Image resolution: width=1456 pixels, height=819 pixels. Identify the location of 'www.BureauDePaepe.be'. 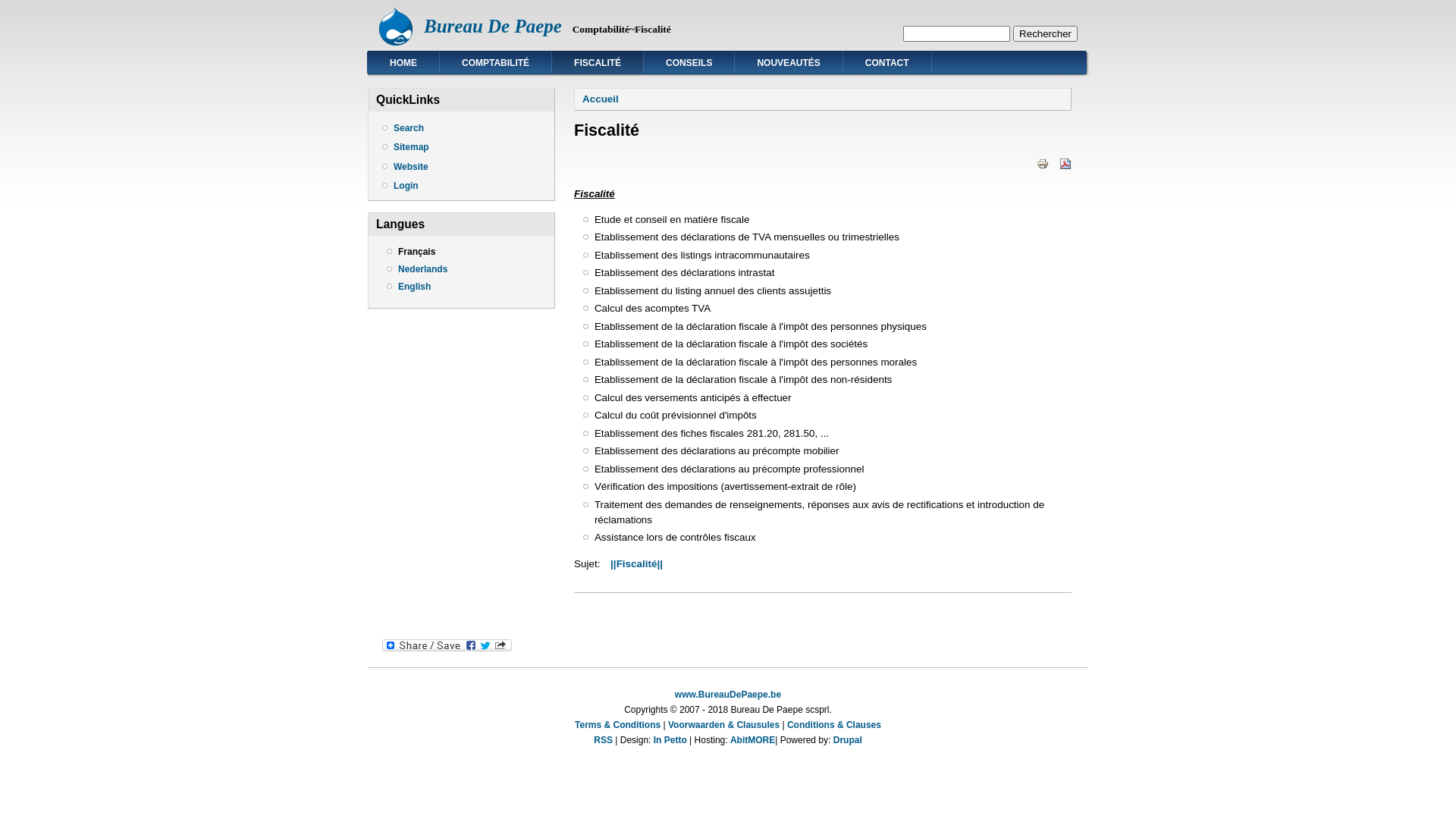
(728, 694).